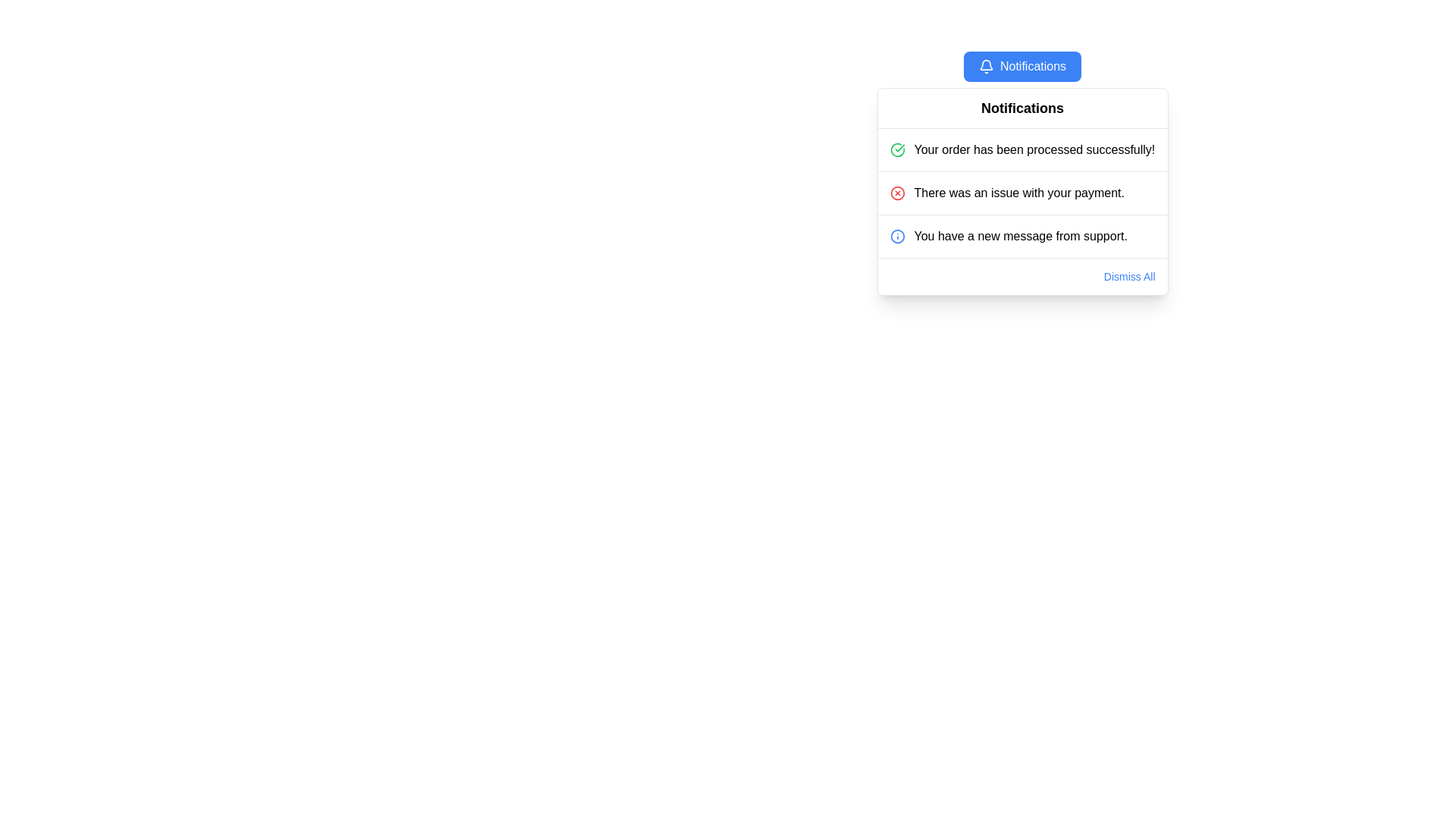 The width and height of the screenshot is (1456, 819). I want to click on notification text displayed on the Text Label that says 'Your order has been processed successfully!' positioned at the top of the notification panel, so click(1034, 149).